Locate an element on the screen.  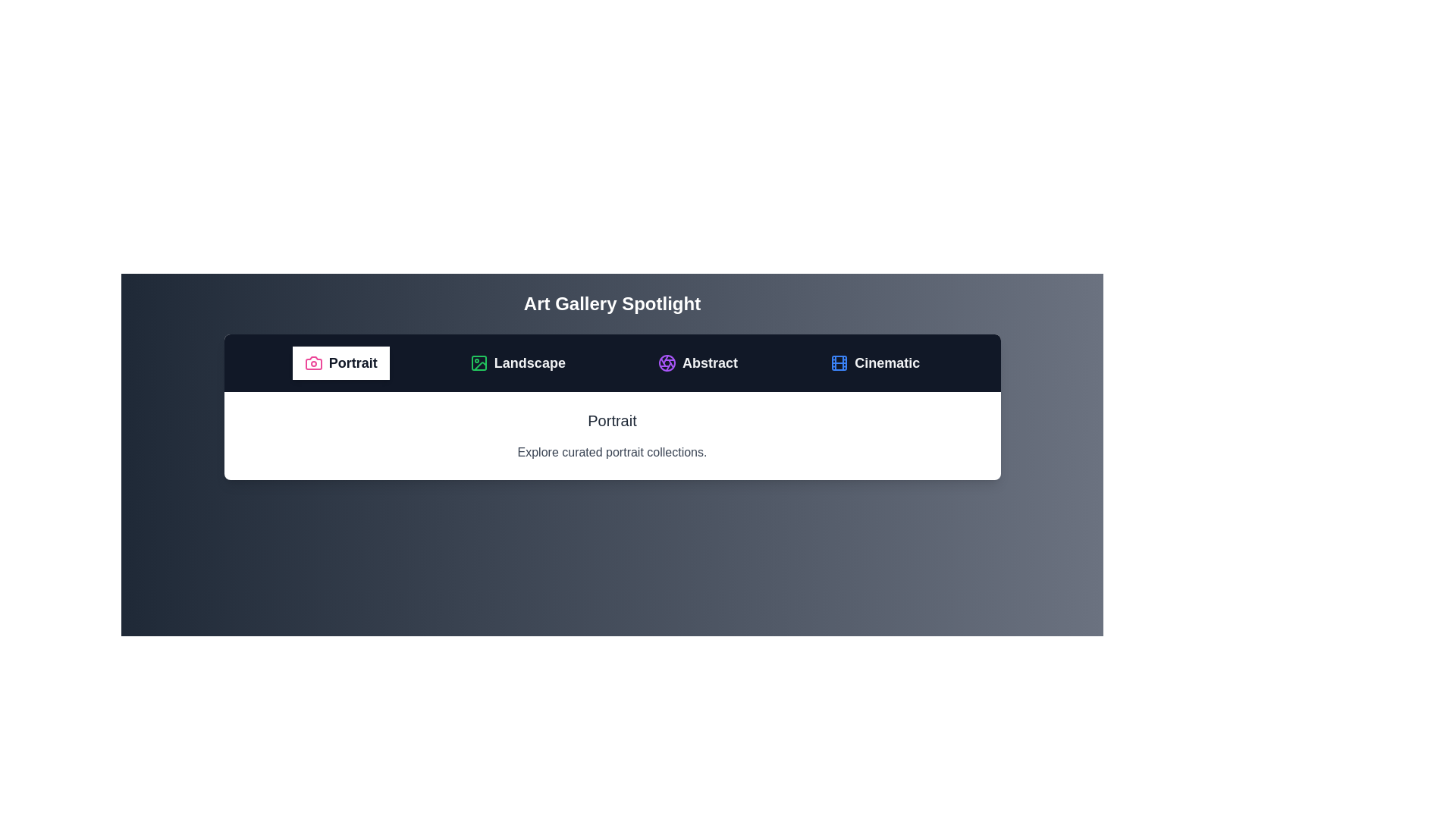
the tab labeled Abstract is located at coordinates (697, 362).